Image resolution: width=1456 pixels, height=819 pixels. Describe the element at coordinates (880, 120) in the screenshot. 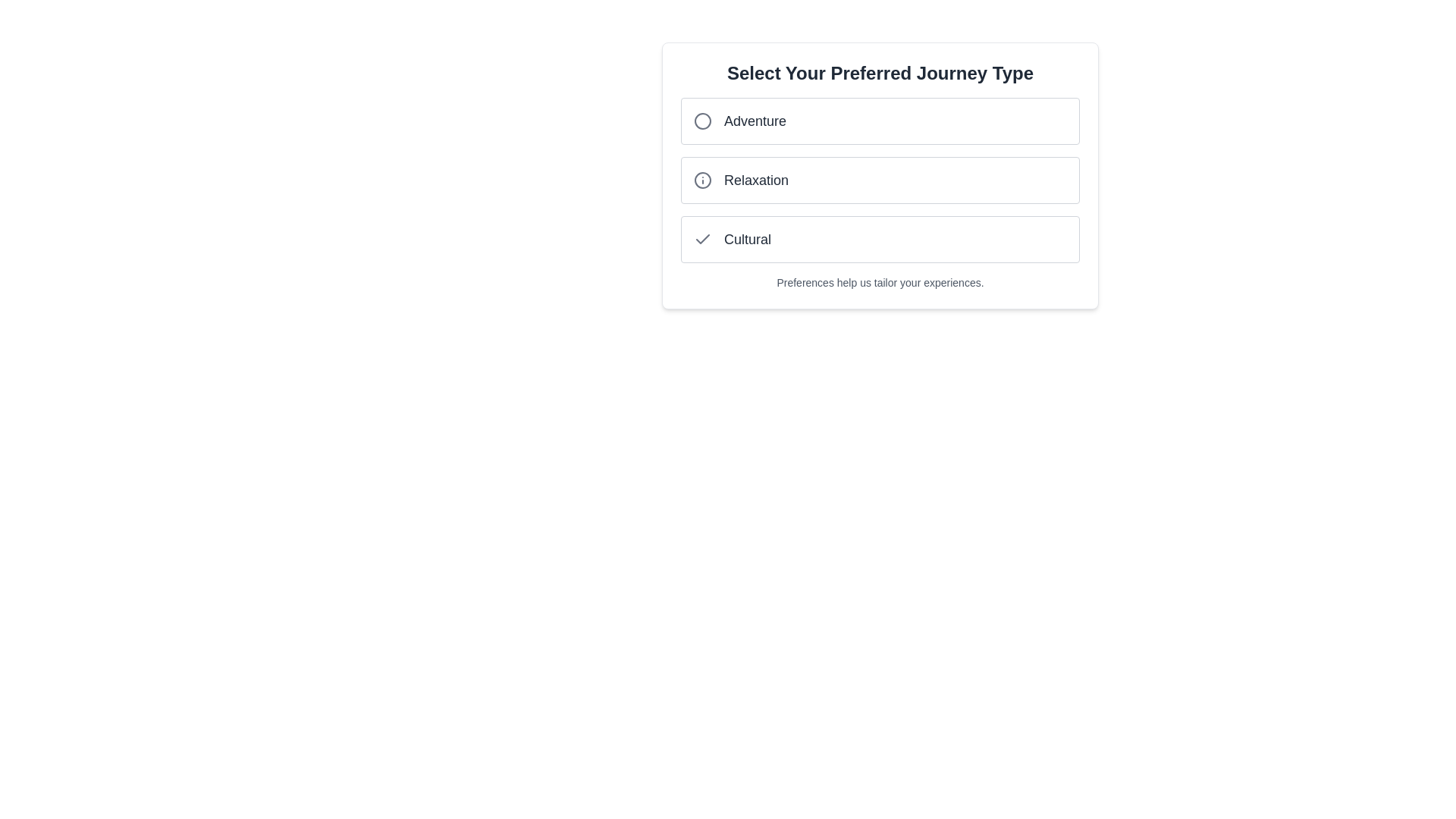

I see `to select the 'Adventure' option in the list of journey types, which is the first item in the vertical list of three options` at that location.